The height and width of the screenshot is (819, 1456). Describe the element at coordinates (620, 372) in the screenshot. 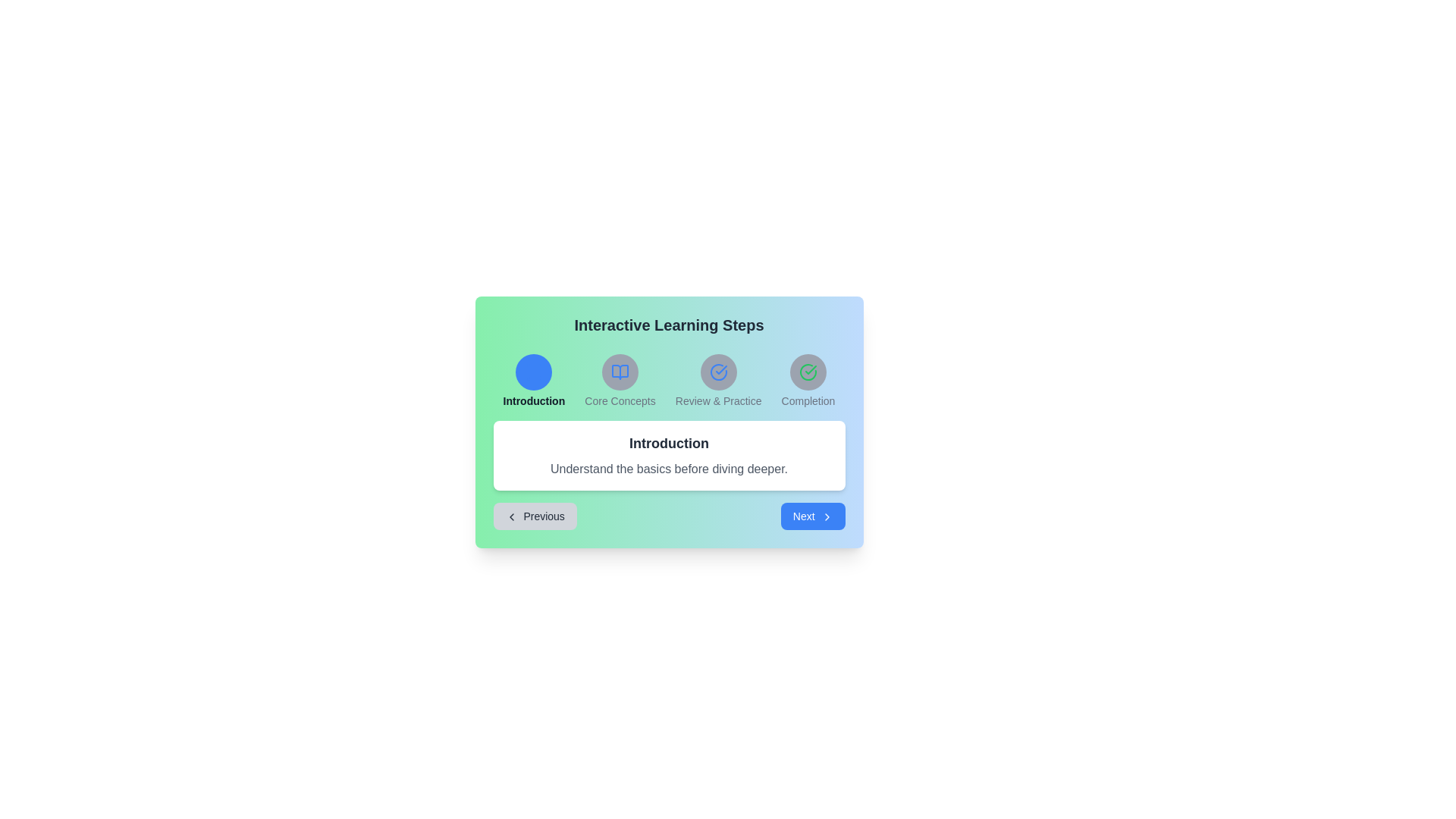

I see `the open book icon with rounded edges and a blue color, located at the center of the 'Core Concepts' step in the stepper layout` at that location.